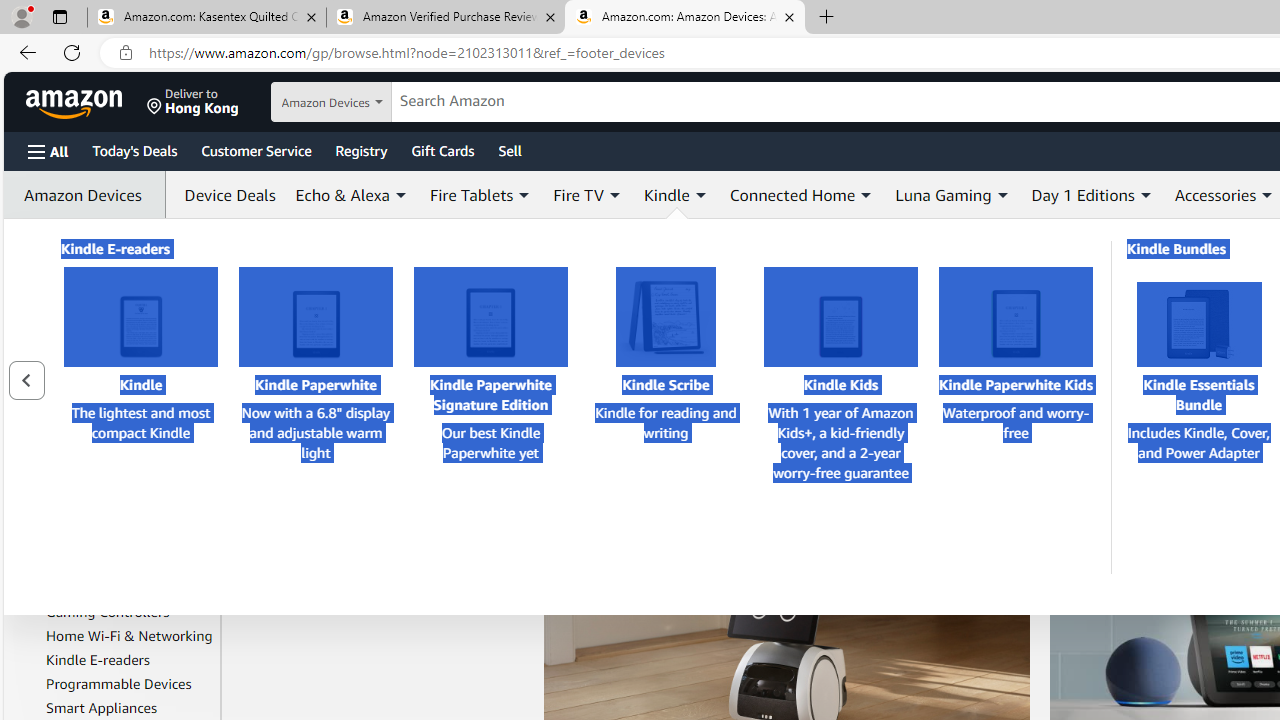  Describe the element at coordinates (441, 149) in the screenshot. I see `'Gift Cards'` at that location.